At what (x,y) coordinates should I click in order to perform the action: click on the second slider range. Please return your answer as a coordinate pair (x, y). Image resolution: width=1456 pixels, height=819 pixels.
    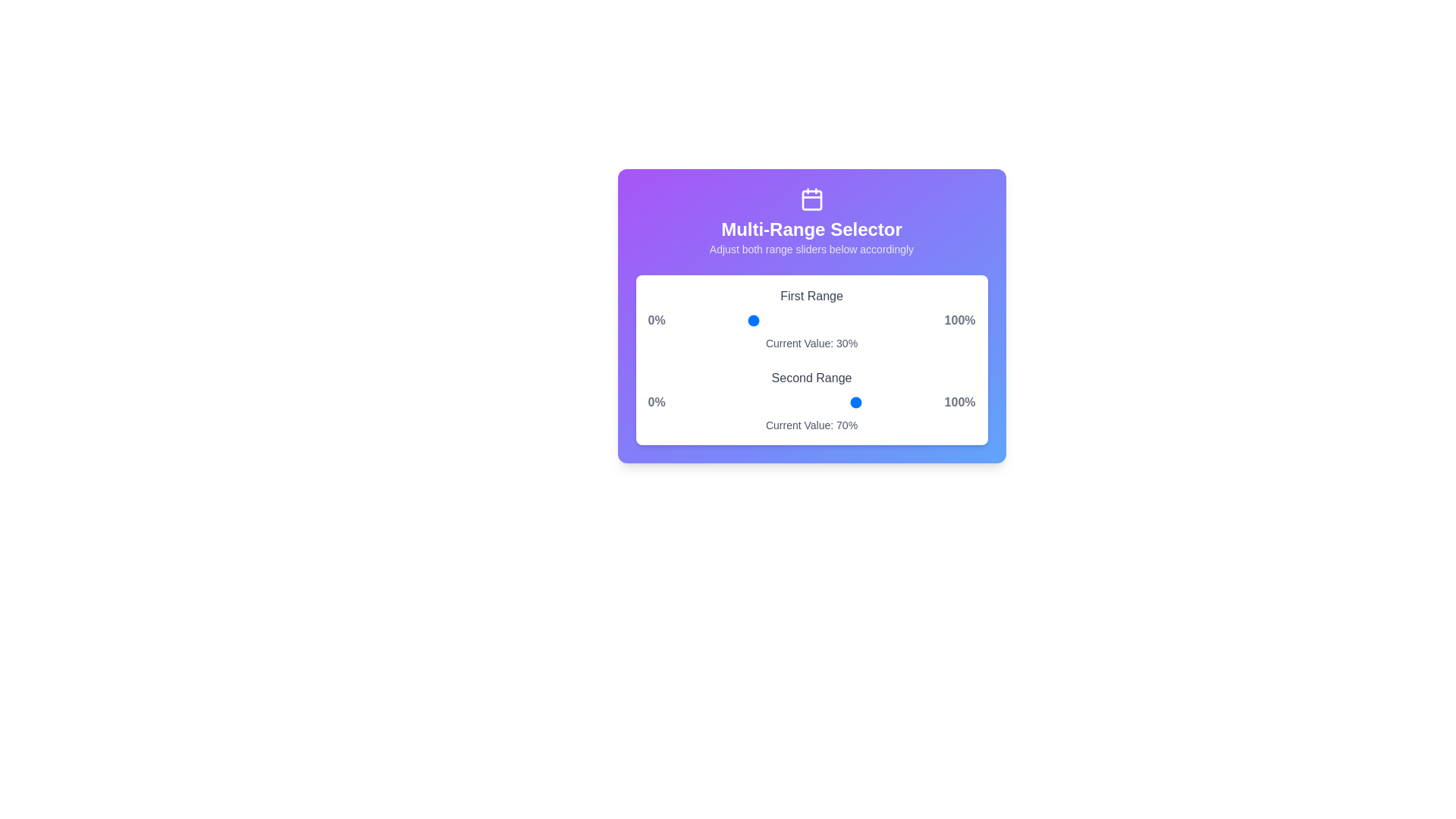
    Looking at the image, I should click on (809, 402).